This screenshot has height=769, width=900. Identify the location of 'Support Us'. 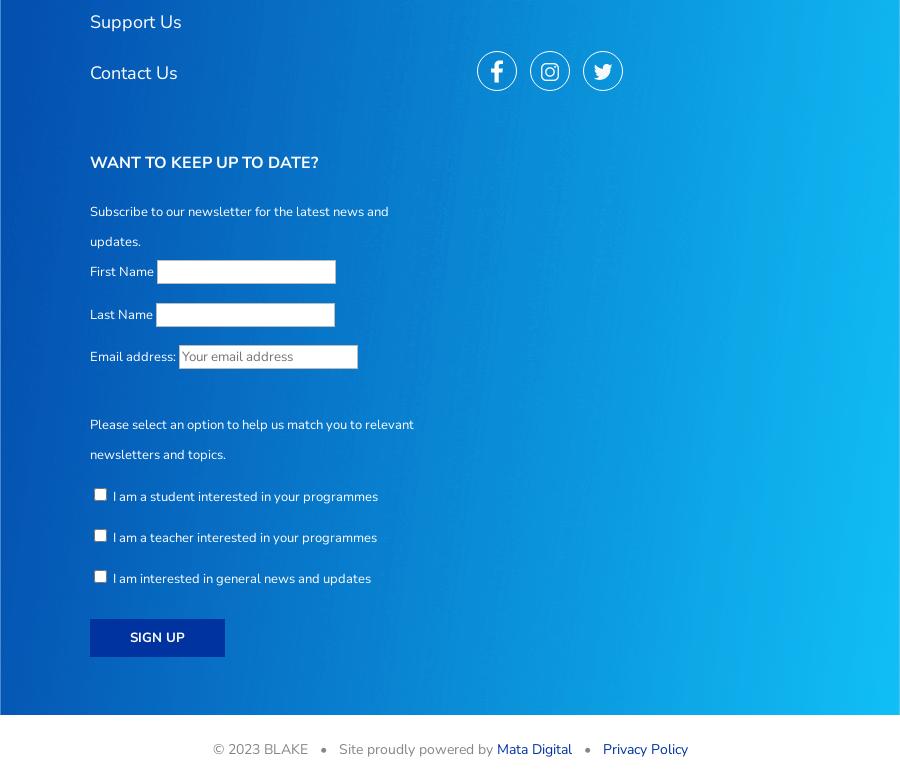
(135, 20).